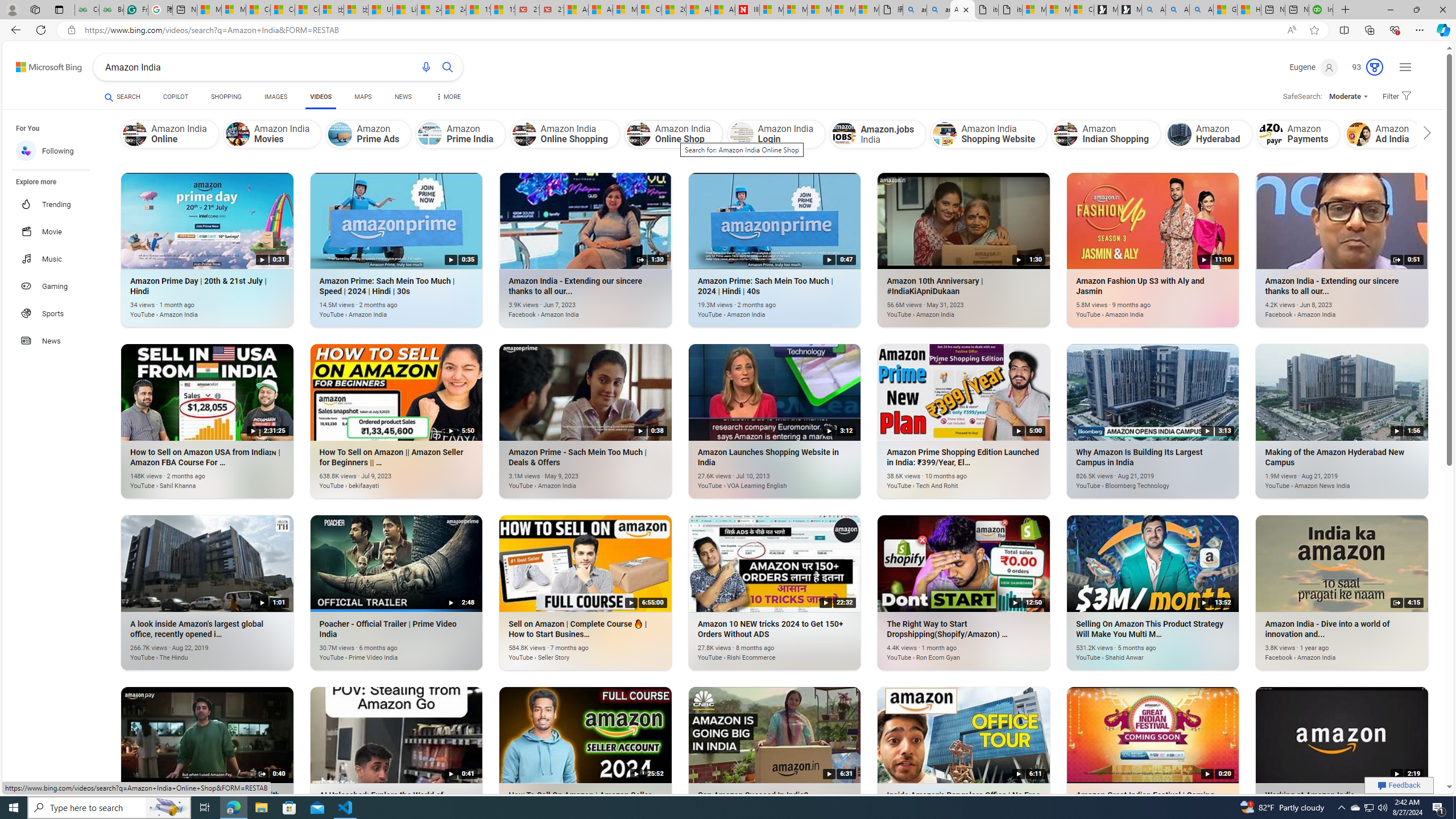 Image resolution: width=1456 pixels, height=819 pixels. What do you see at coordinates (447, 96) in the screenshot?
I see `'Dropdown Menu'` at bounding box center [447, 96].